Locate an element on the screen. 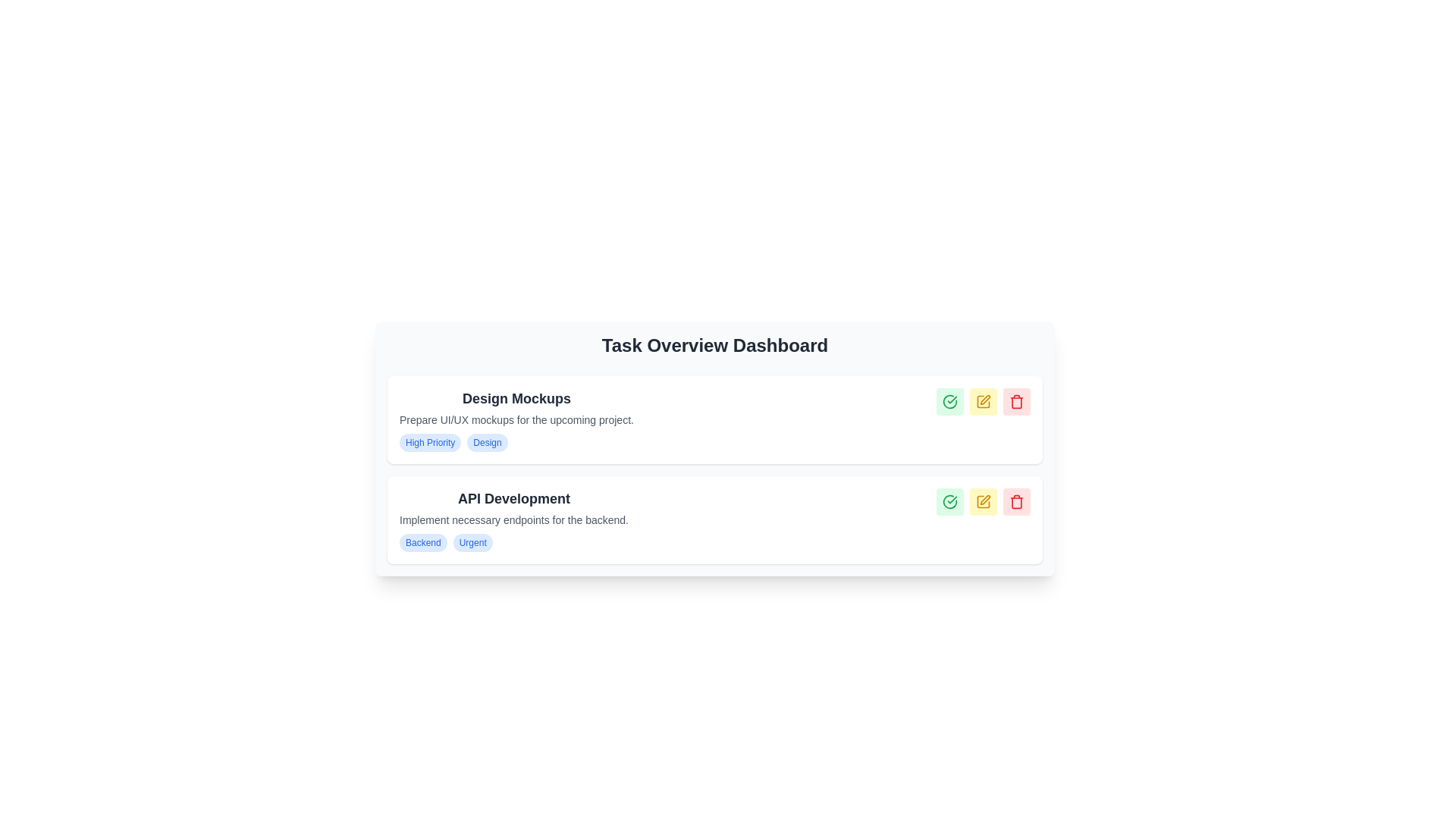 This screenshot has height=819, width=1456. the yellow square button with a pen icon located at the center of the row of three functional buttons on the right side of the 'API Development' task card to initiate an edit action is located at coordinates (983, 502).